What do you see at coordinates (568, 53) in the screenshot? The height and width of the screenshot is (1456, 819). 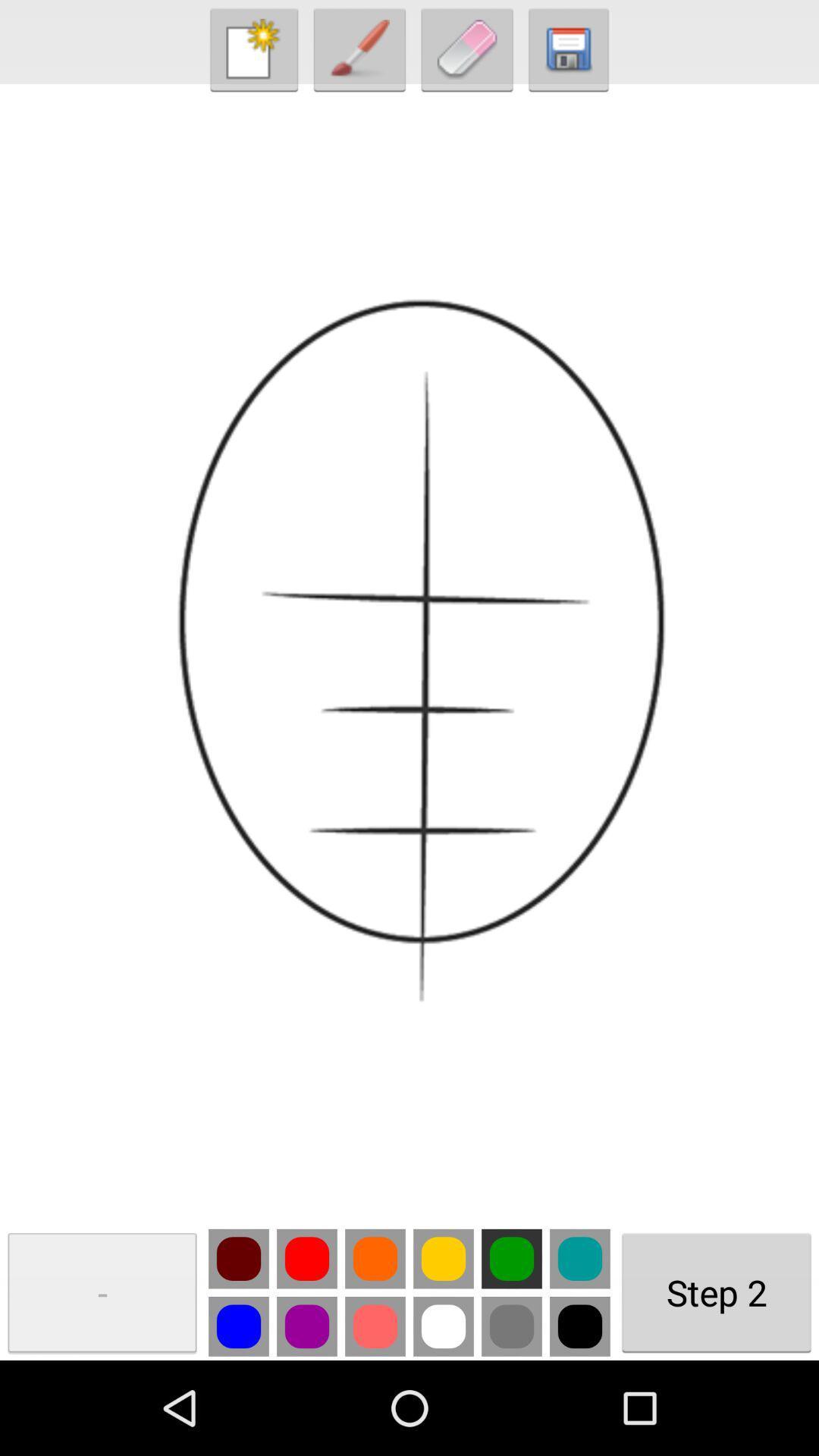 I see `the save icon` at bounding box center [568, 53].